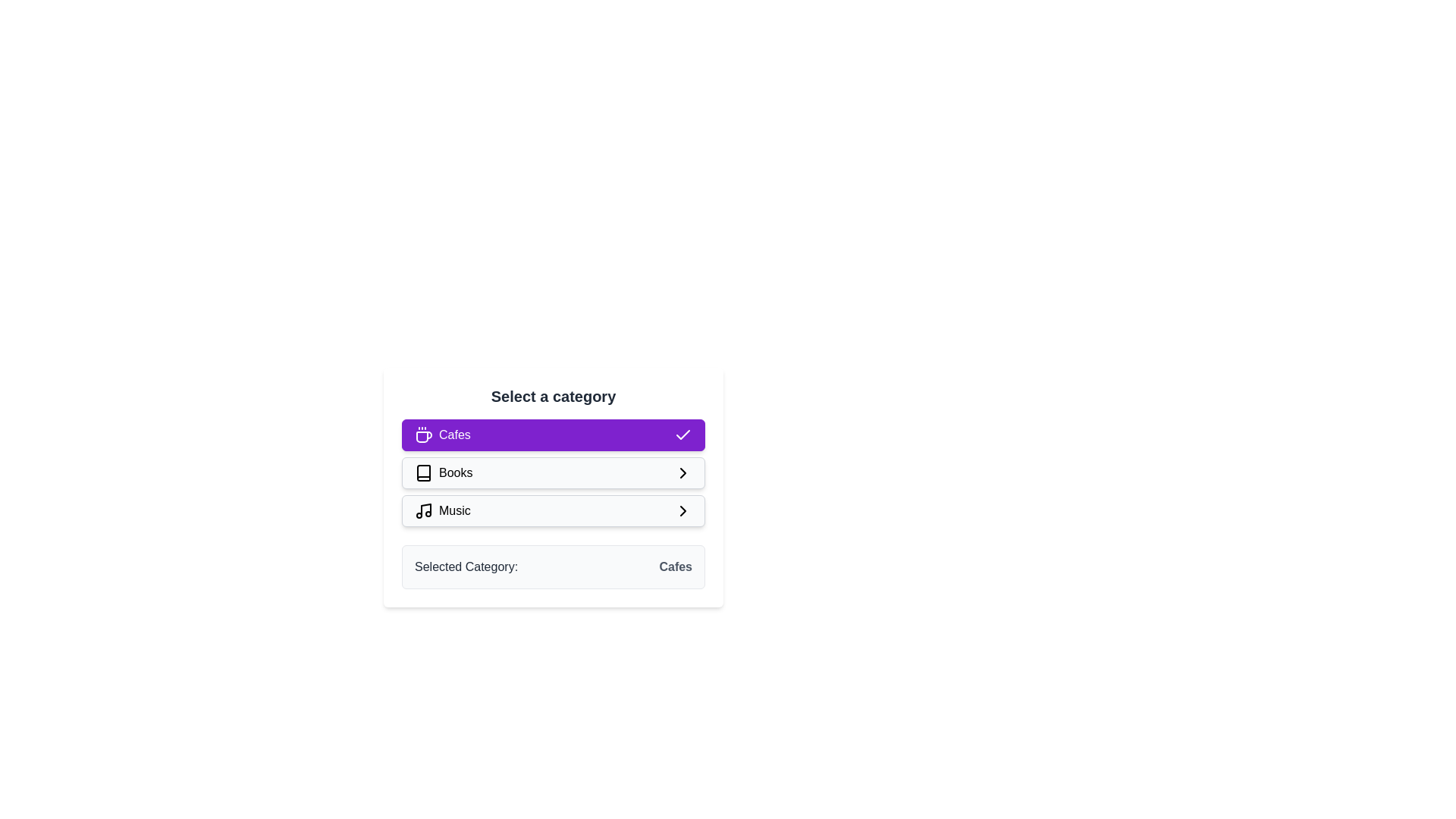 The image size is (1456, 819). Describe the element at coordinates (441, 511) in the screenshot. I see `the 'Music' menu option, which is the third item in the vertical menu list titled 'Select a category', located below 'Books' and above the last item with a right-facing chevron icon` at that location.